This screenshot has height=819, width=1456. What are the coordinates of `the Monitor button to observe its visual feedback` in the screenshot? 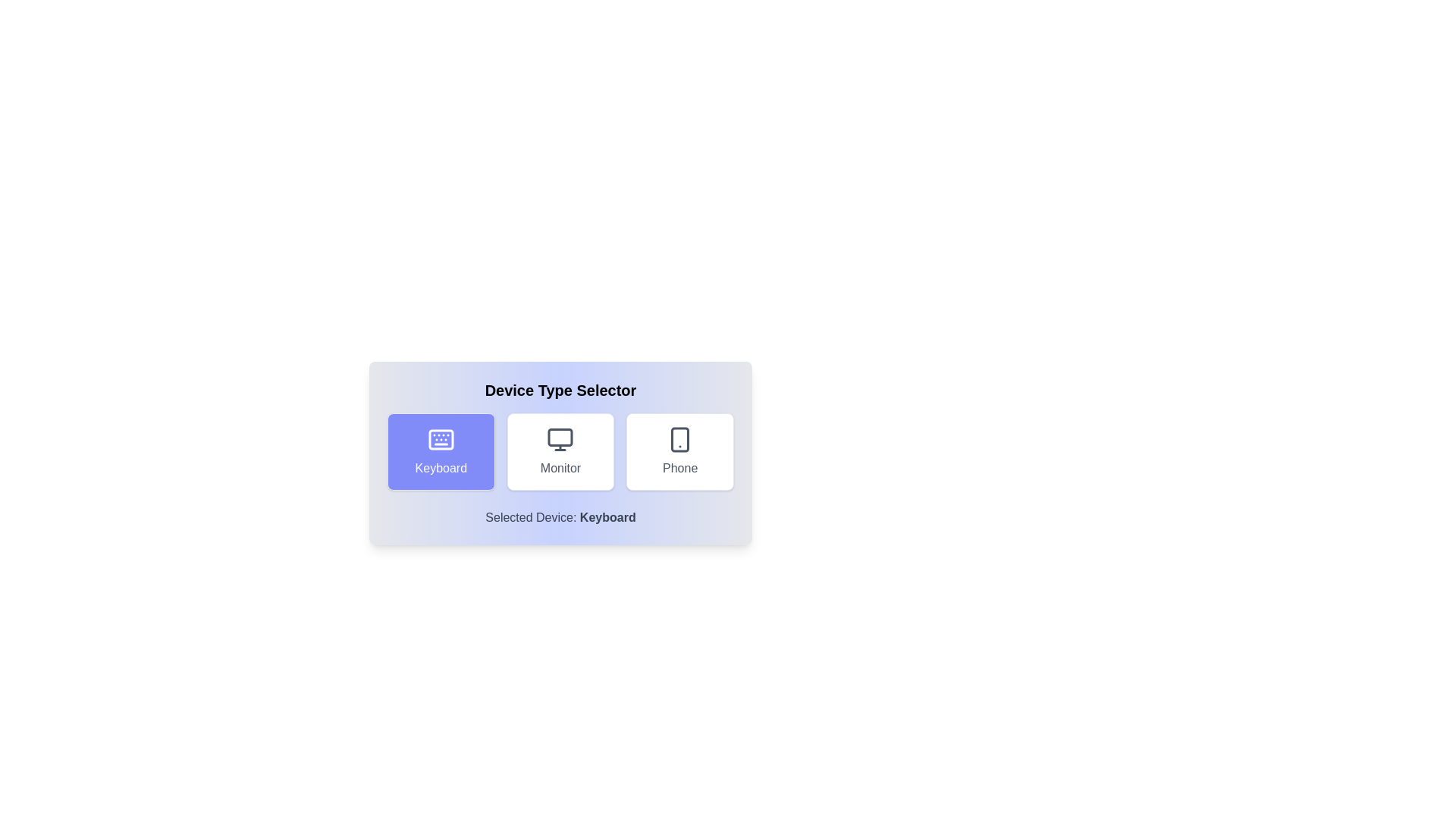 It's located at (560, 451).